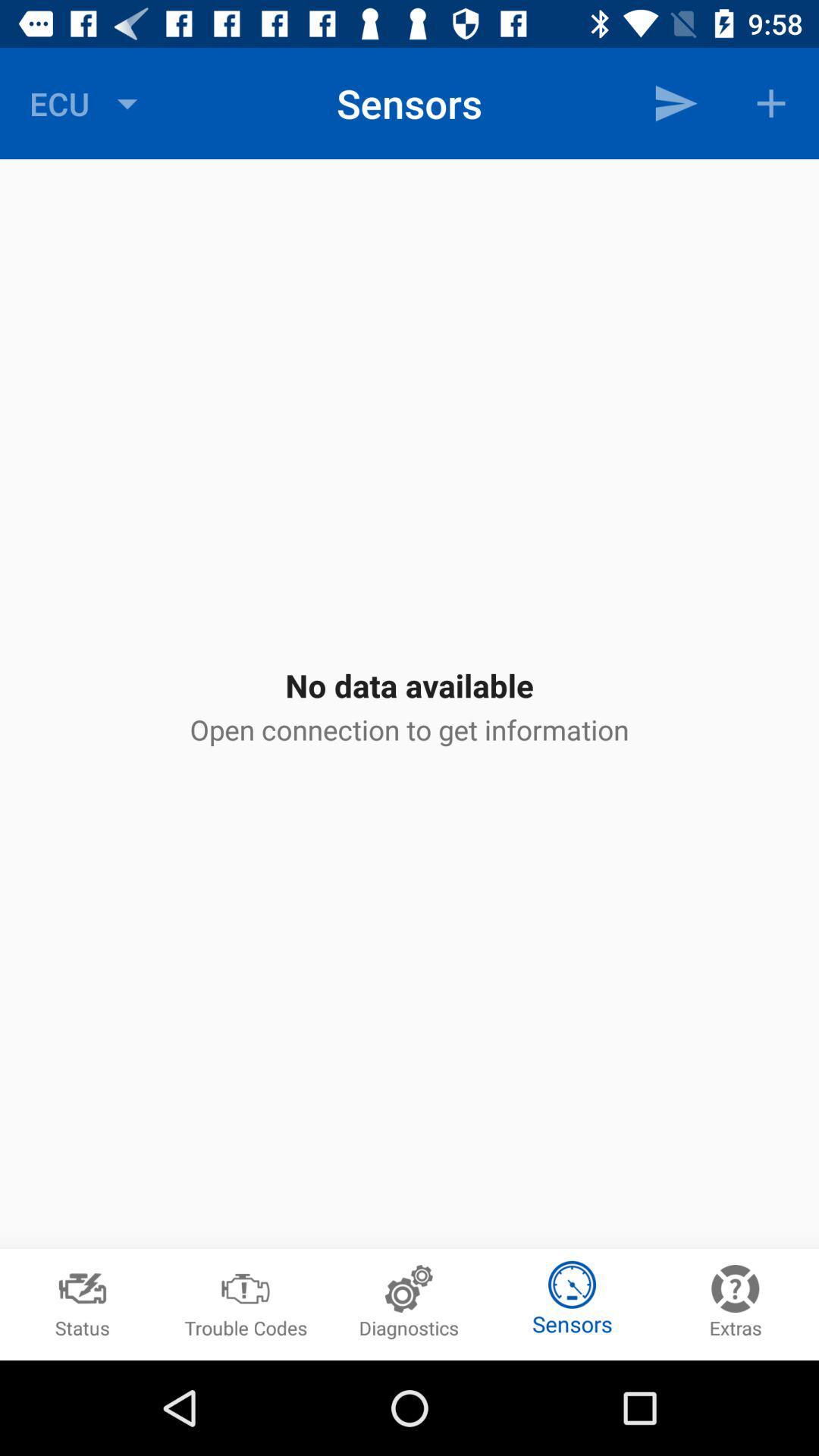  Describe the element at coordinates (675, 102) in the screenshot. I see `the item above the open connection to icon` at that location.